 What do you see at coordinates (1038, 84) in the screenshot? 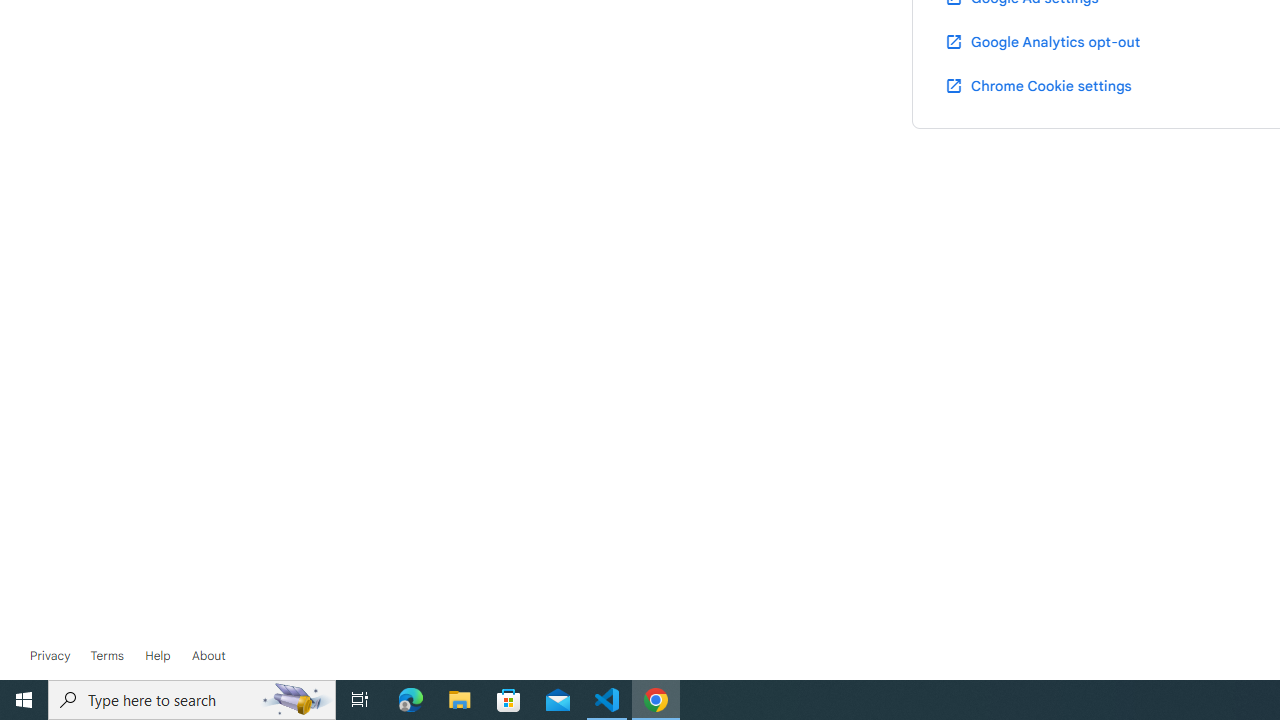
I see `'Chrome Cookie settings'` at bounding box center [1038, 84].